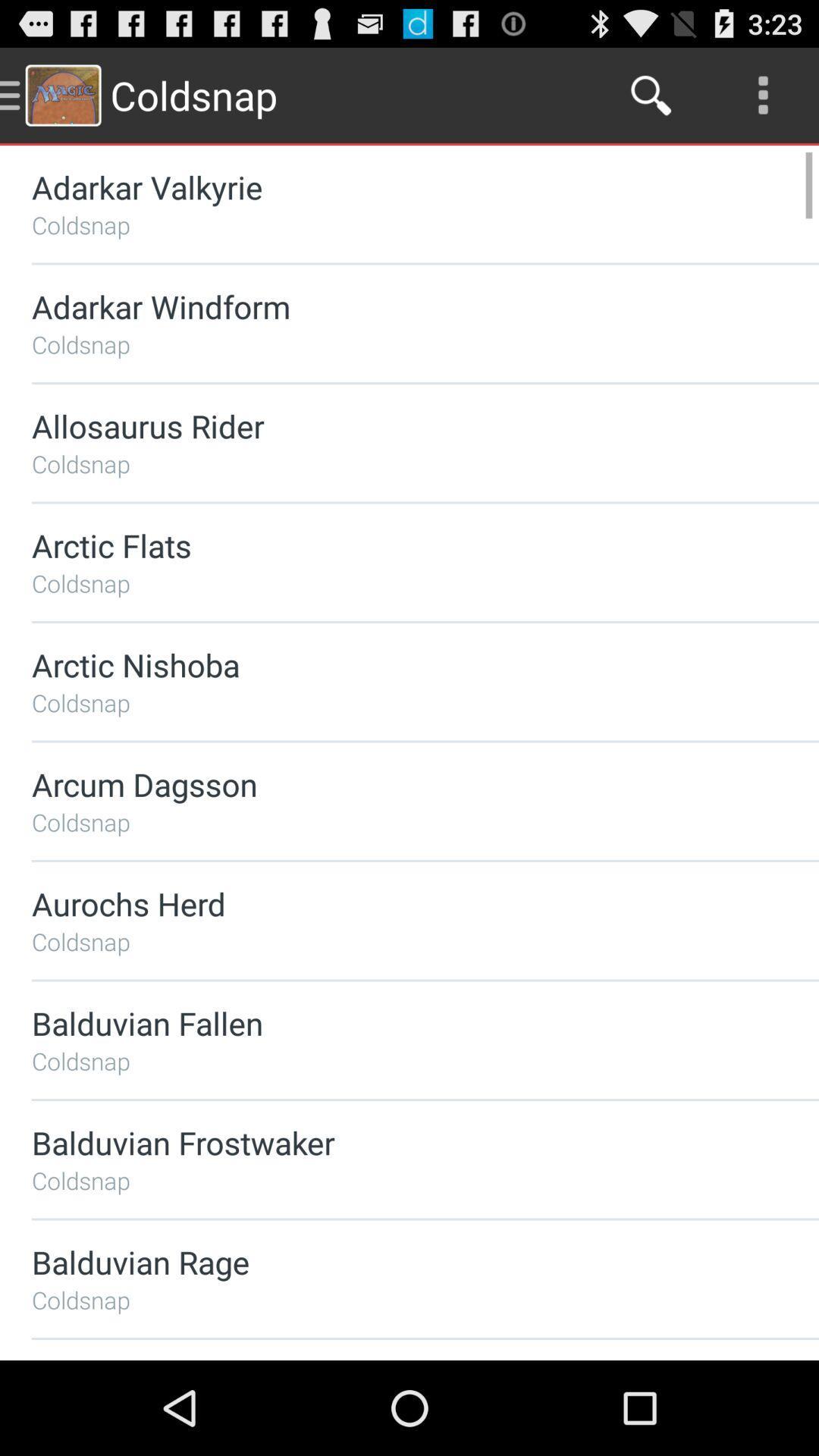 The width and height of the screenshot is (819, 1456). What do you see at coordinates (384, 545) in the screenshot?
I see `arctic flats icon` at bounding box center [384, 545].